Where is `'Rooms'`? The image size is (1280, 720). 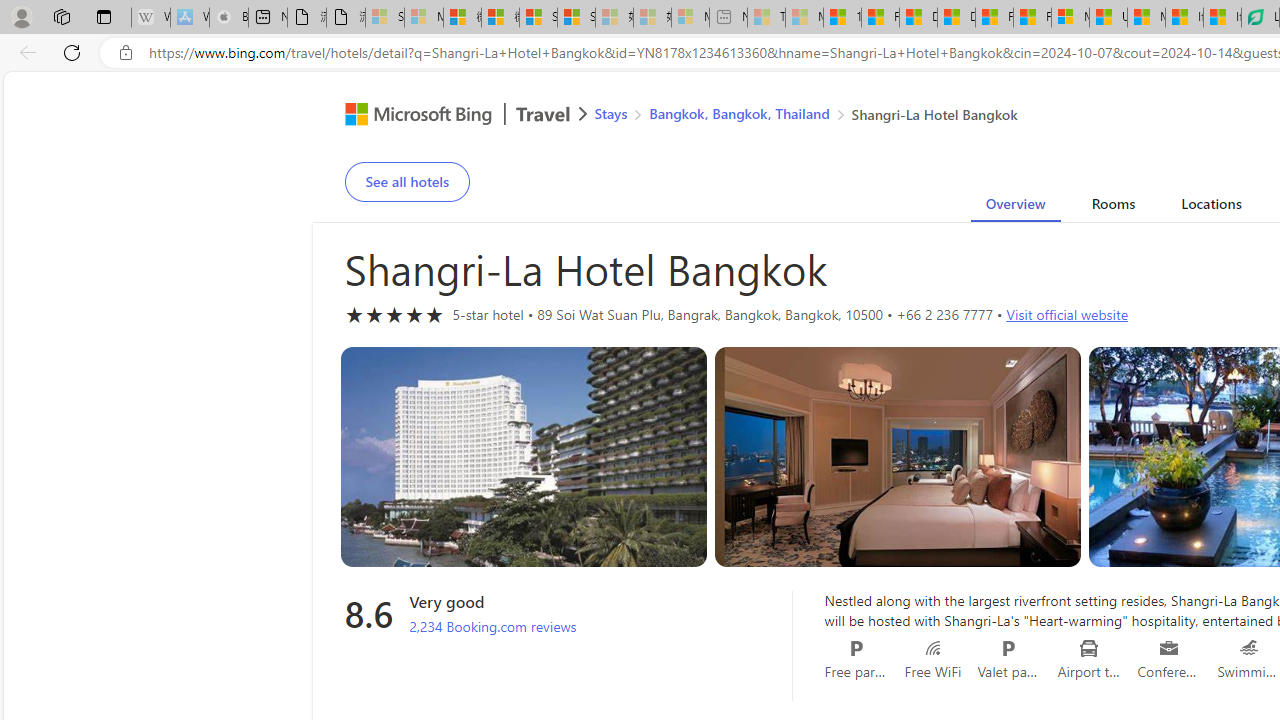 'Rooms' is located at coordinates (1111, 207).